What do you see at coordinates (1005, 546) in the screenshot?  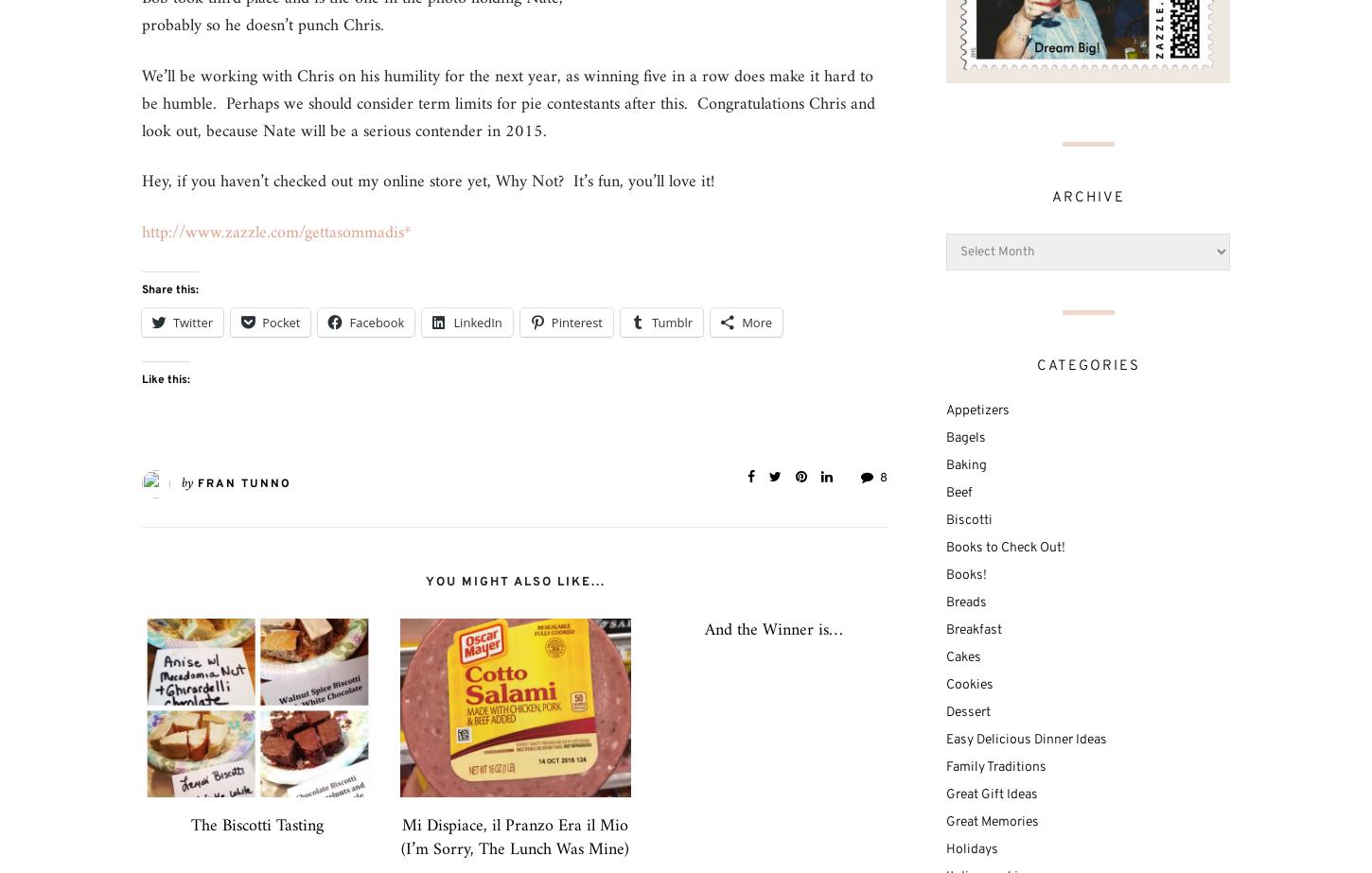 I see `'Books to Check Out!'` at bounding box center [1005, 546].